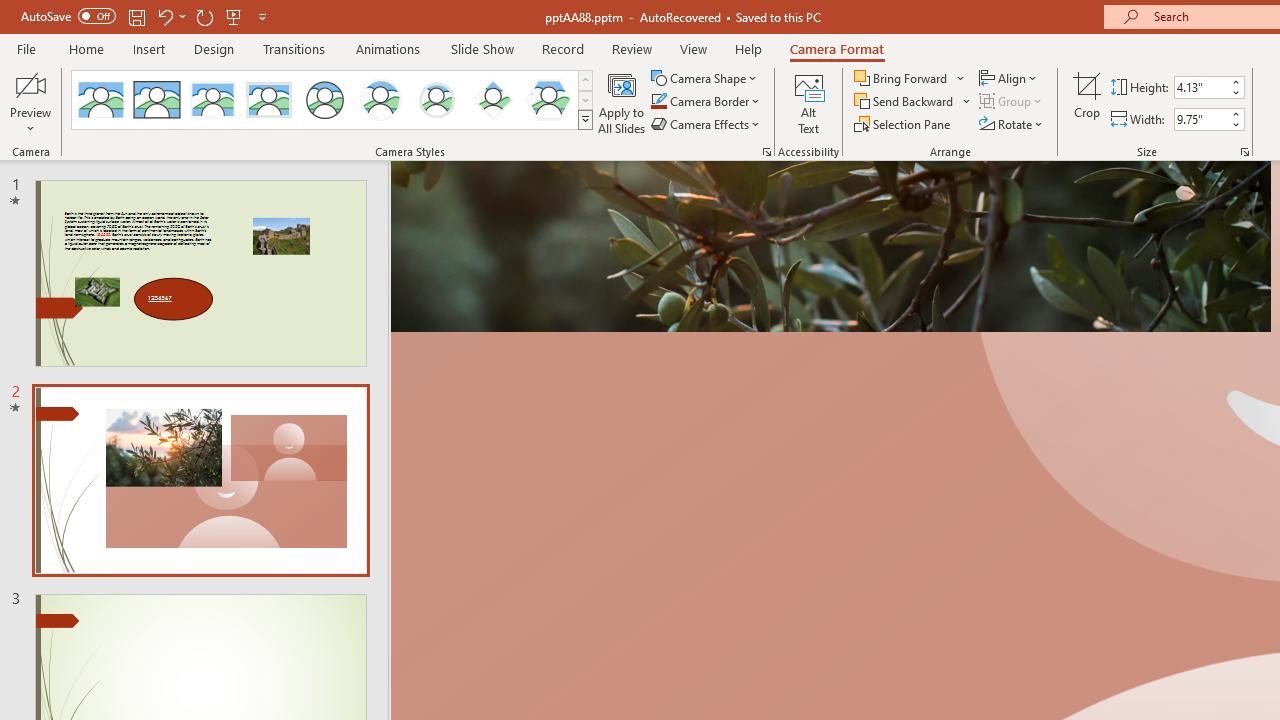 This screenshot has width=1280, height=720. Describe the element at coordinates (658, 101) in the screenshot. I see `'Camera Border Teal, Accent 1'` at that location.